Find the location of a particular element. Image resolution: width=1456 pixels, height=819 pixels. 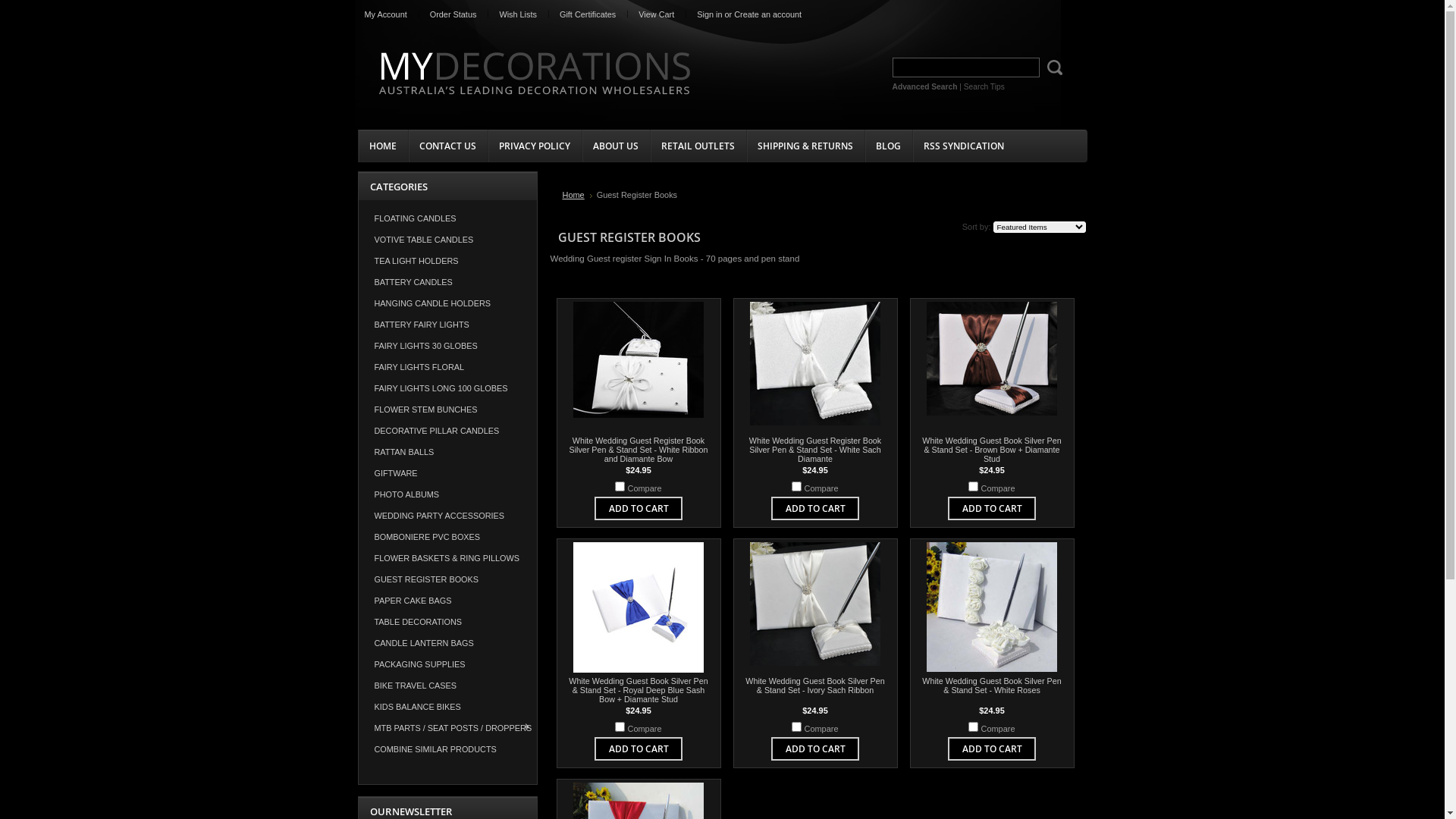

'RATTAN BALLS' is located at coordinates (447, 451).